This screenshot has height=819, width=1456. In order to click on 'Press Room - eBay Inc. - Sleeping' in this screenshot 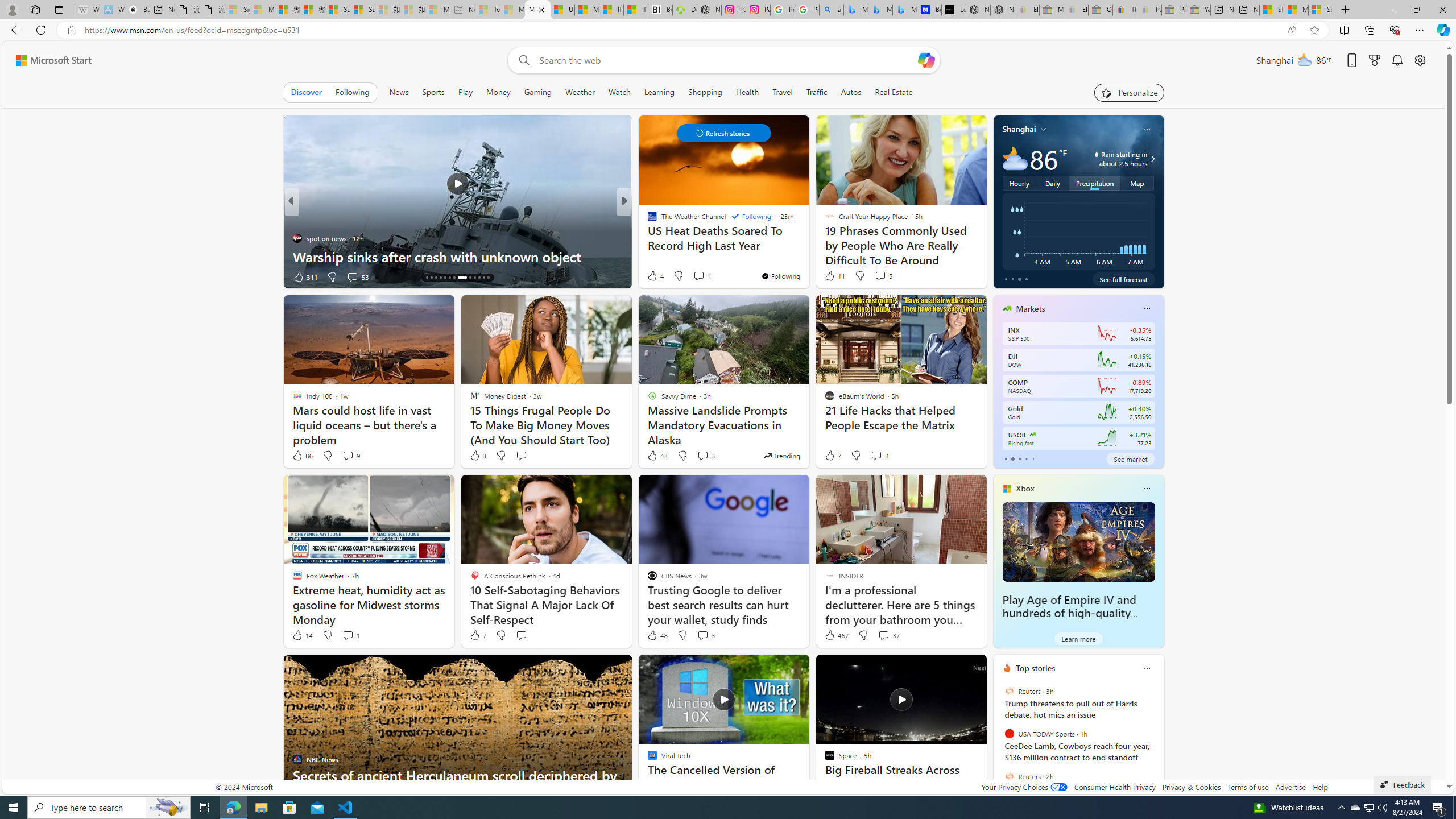, I will do `click(1173, 9)`.